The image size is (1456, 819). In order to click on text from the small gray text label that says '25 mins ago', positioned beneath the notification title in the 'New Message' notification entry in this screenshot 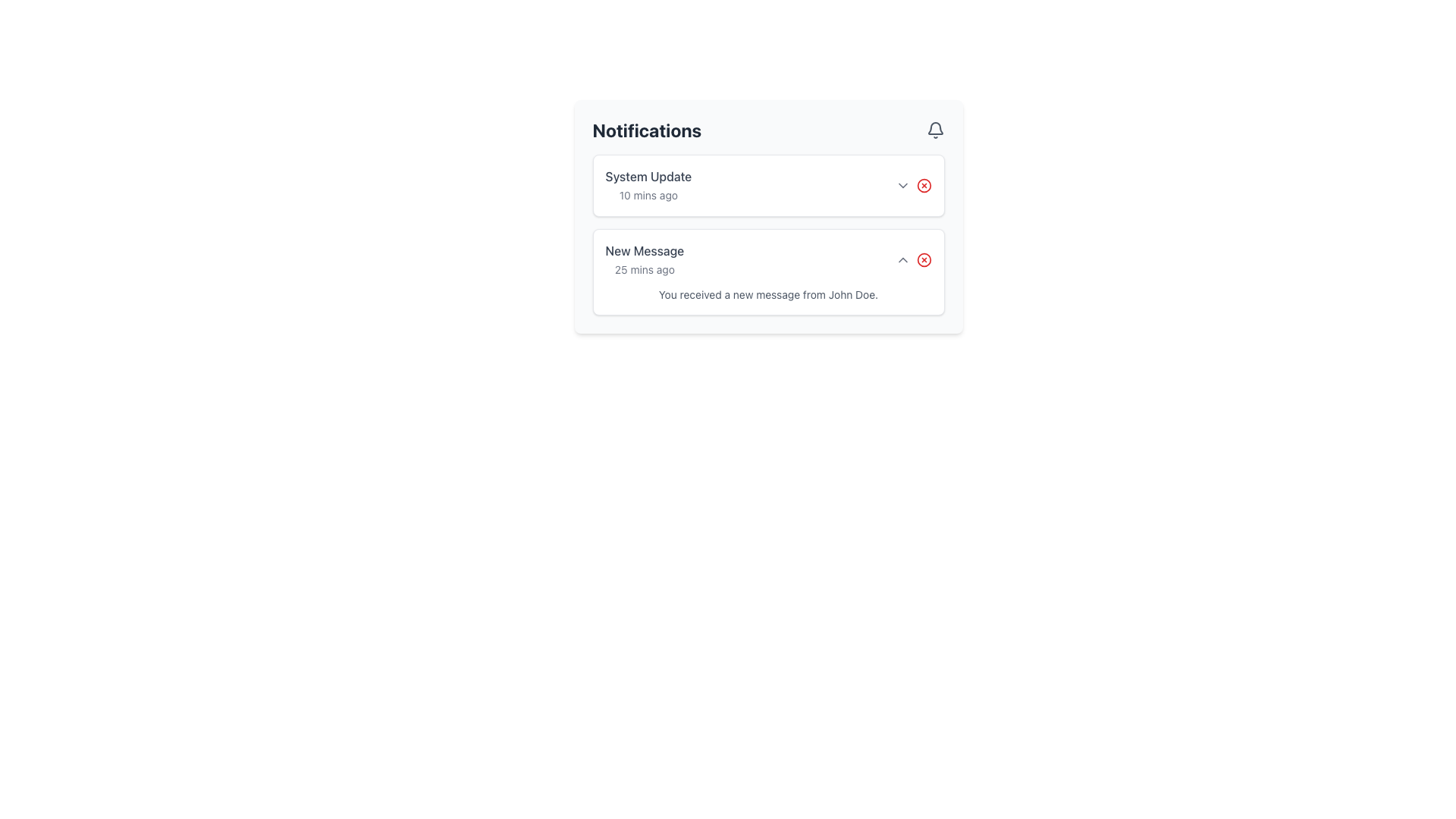, I will do `click(645, 268)`.